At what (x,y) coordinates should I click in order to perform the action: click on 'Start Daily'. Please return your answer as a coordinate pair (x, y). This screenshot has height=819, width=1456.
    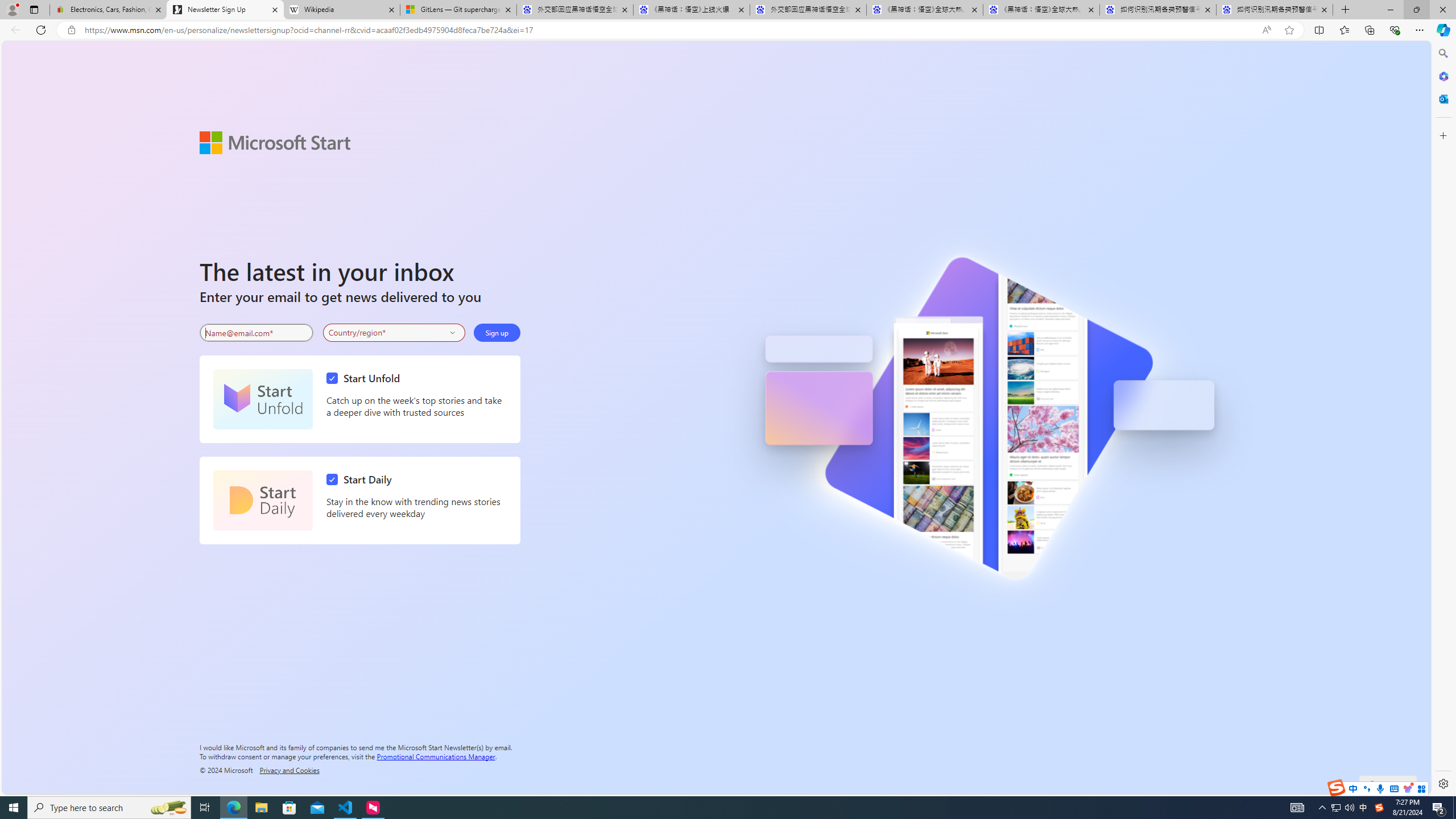
    Looking at the image, I should click on (262, 500).